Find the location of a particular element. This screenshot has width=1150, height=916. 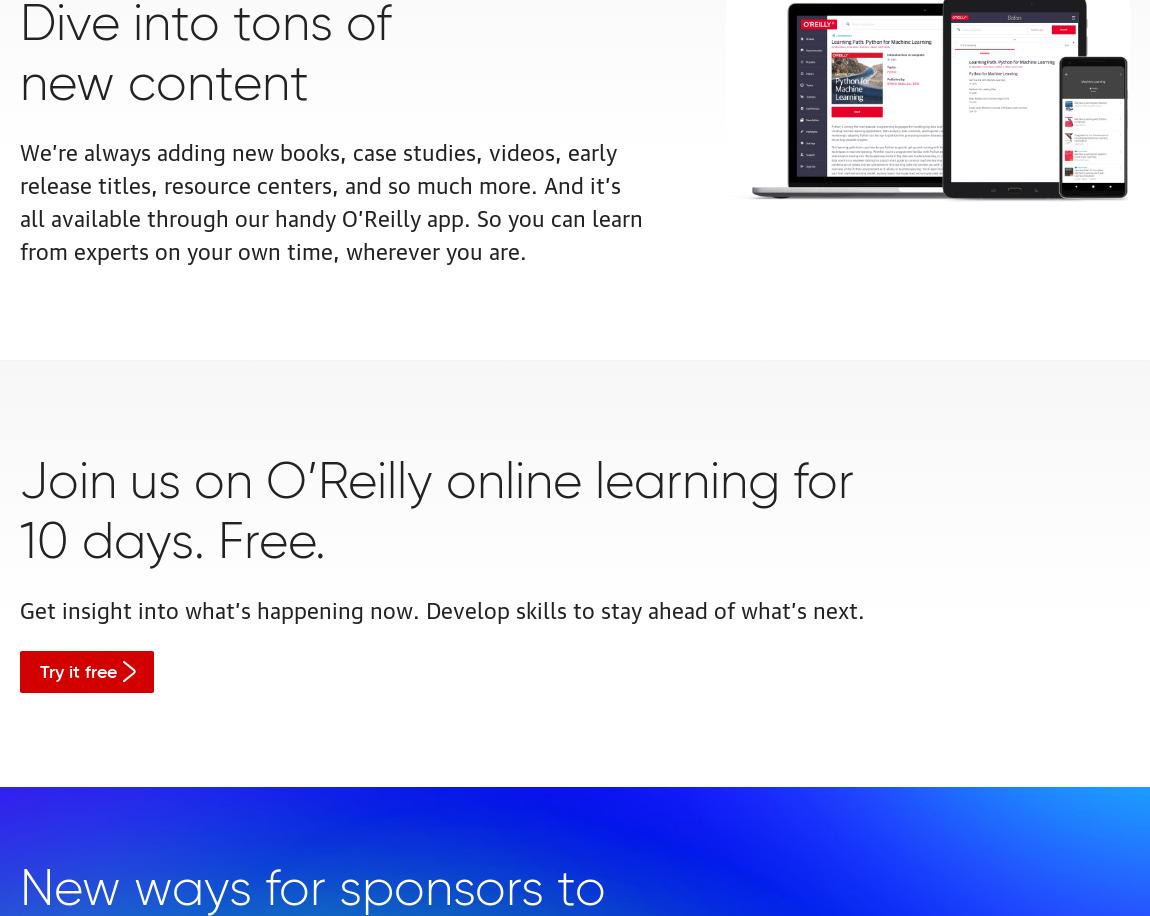

'new content' is located at coordinates (19, 84).